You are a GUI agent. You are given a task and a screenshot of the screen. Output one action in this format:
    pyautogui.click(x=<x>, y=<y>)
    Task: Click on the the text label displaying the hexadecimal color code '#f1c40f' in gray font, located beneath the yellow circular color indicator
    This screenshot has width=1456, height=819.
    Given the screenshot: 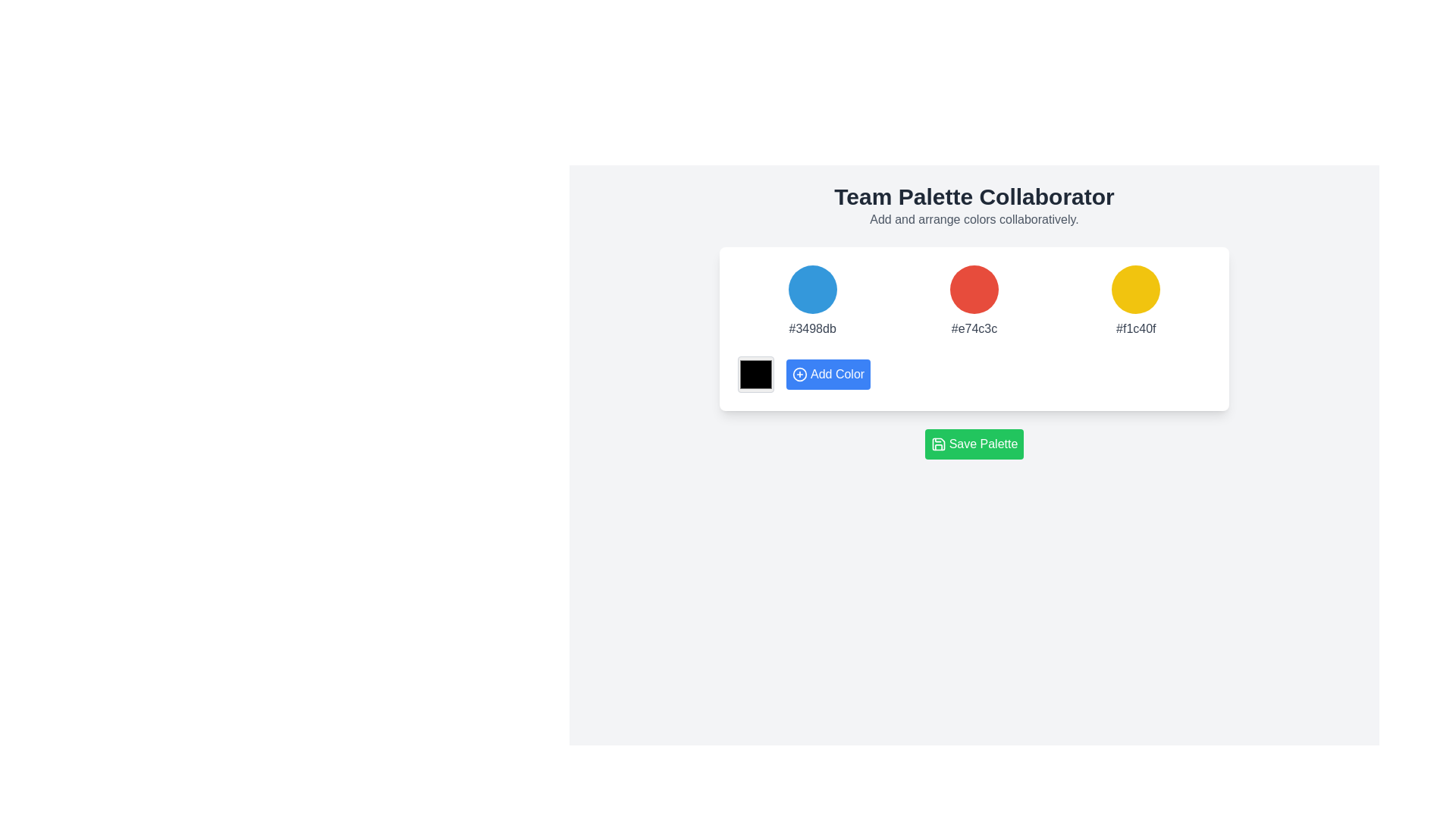 What is the action you would take?
    pyautogui.click(x=1136, y=328)
    